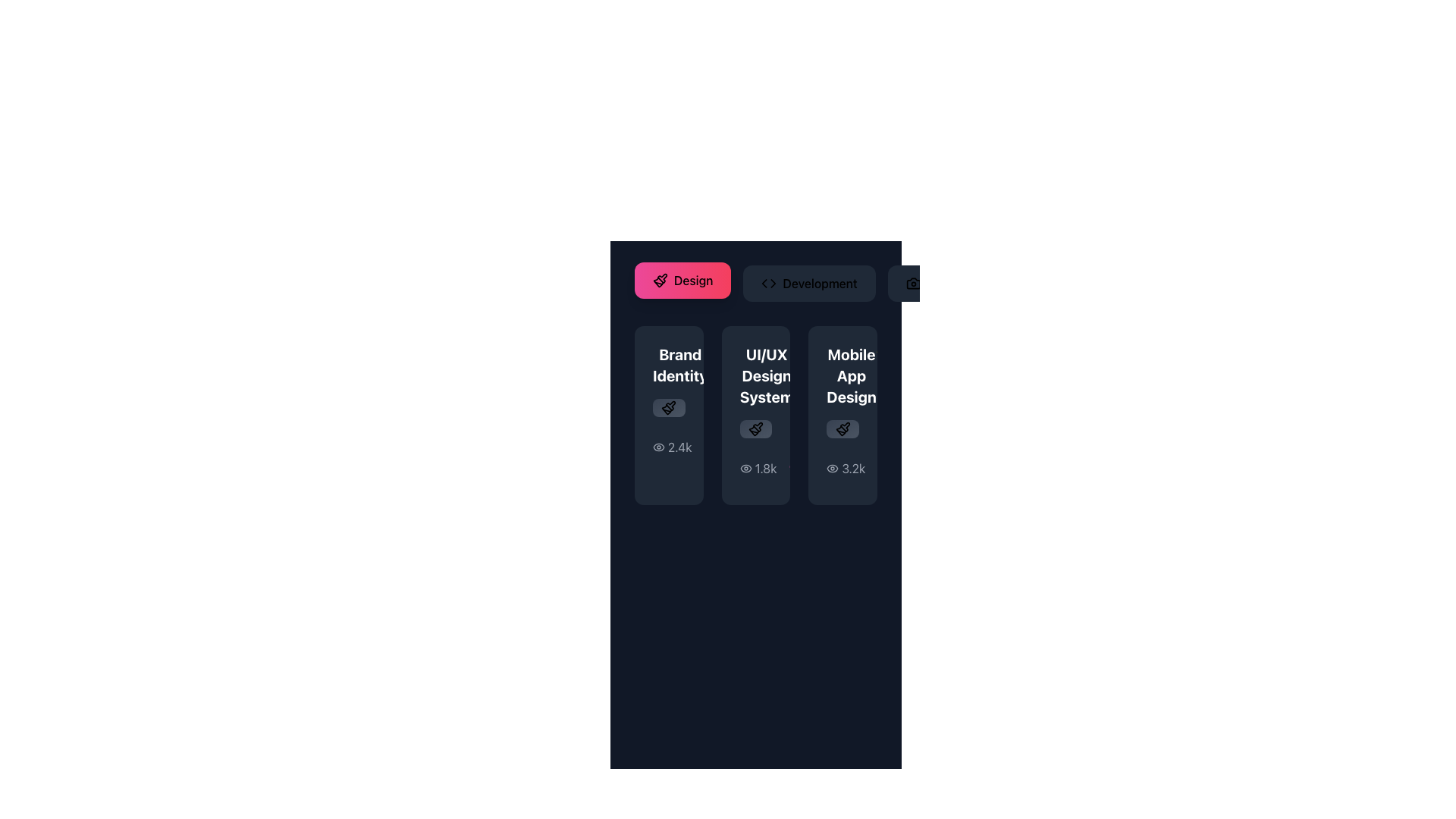  What do you see at coordinates (682, 281) in the screenshot?
I see `the first button in the horizontal navigation bar` at bounding box center [682, 281].